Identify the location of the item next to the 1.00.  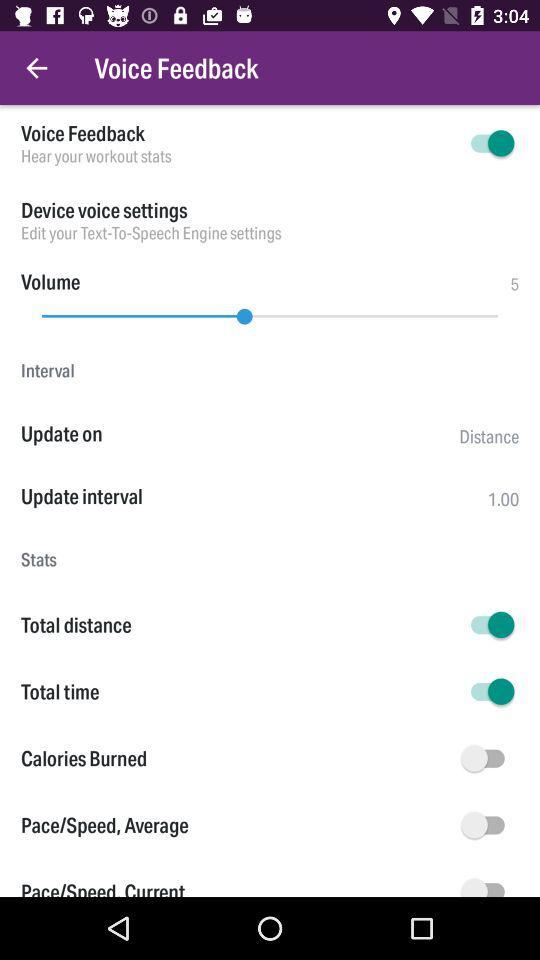
(254, 495).